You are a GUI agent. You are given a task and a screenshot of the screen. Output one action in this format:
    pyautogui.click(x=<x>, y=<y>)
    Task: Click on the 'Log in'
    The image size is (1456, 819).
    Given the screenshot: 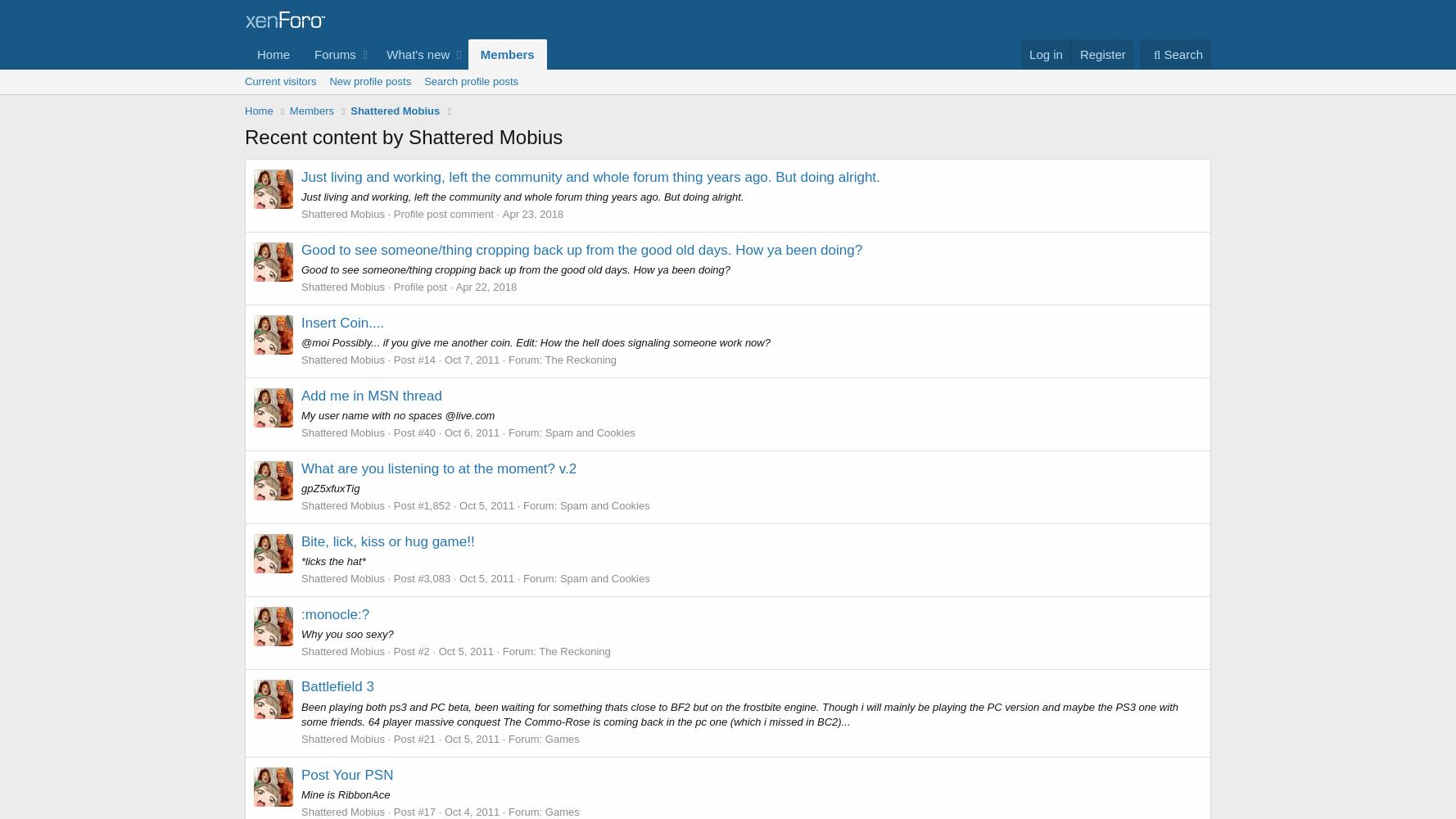 What is the action you would take?
    pyautogui.click(x=1045, y=53)
    